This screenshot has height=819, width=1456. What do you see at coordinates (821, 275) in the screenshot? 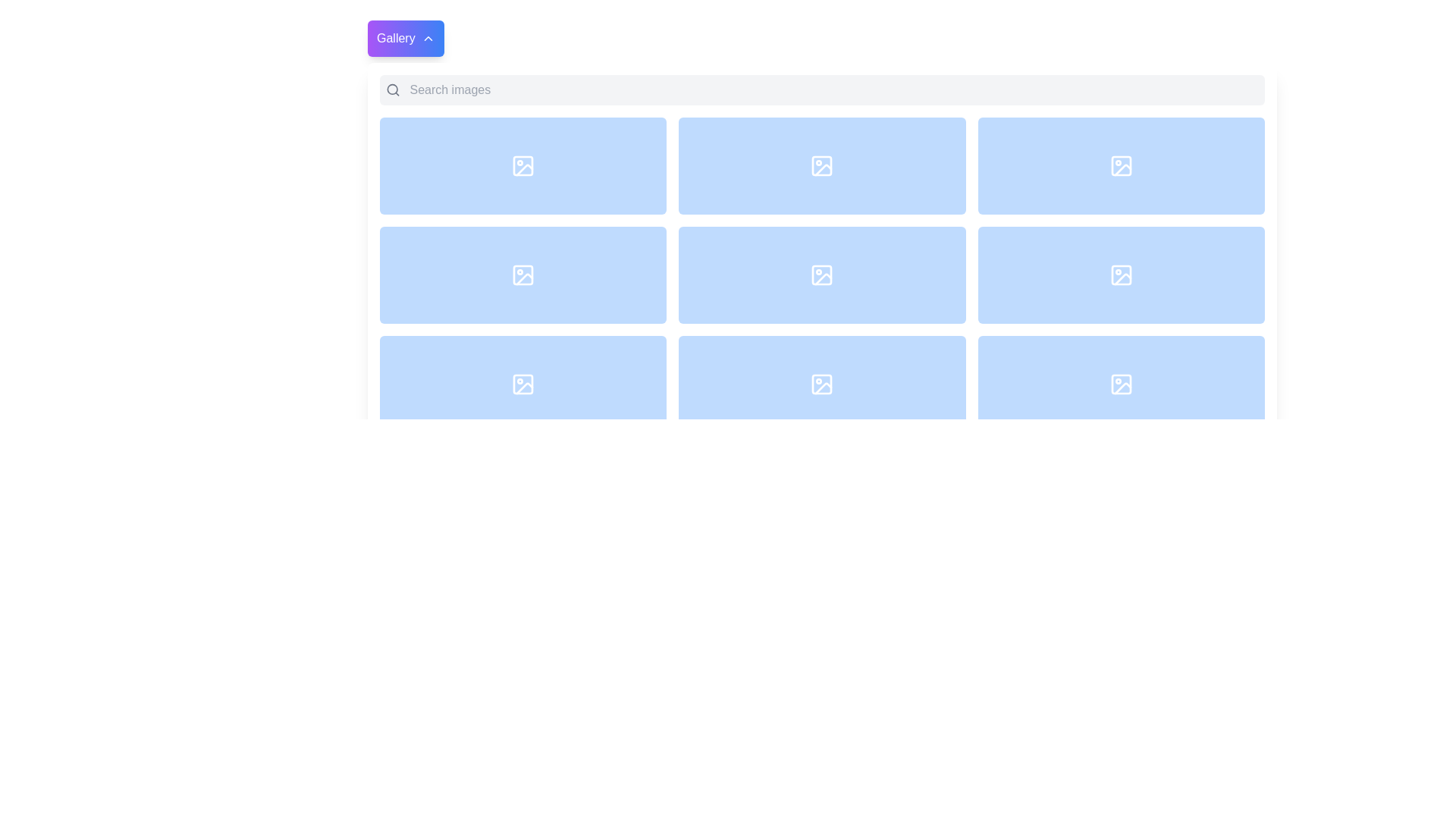
I see `the SVG rectangle representing the image icon located in the center of the second row of a 3x3 grid` at bounding box center [821, 275].